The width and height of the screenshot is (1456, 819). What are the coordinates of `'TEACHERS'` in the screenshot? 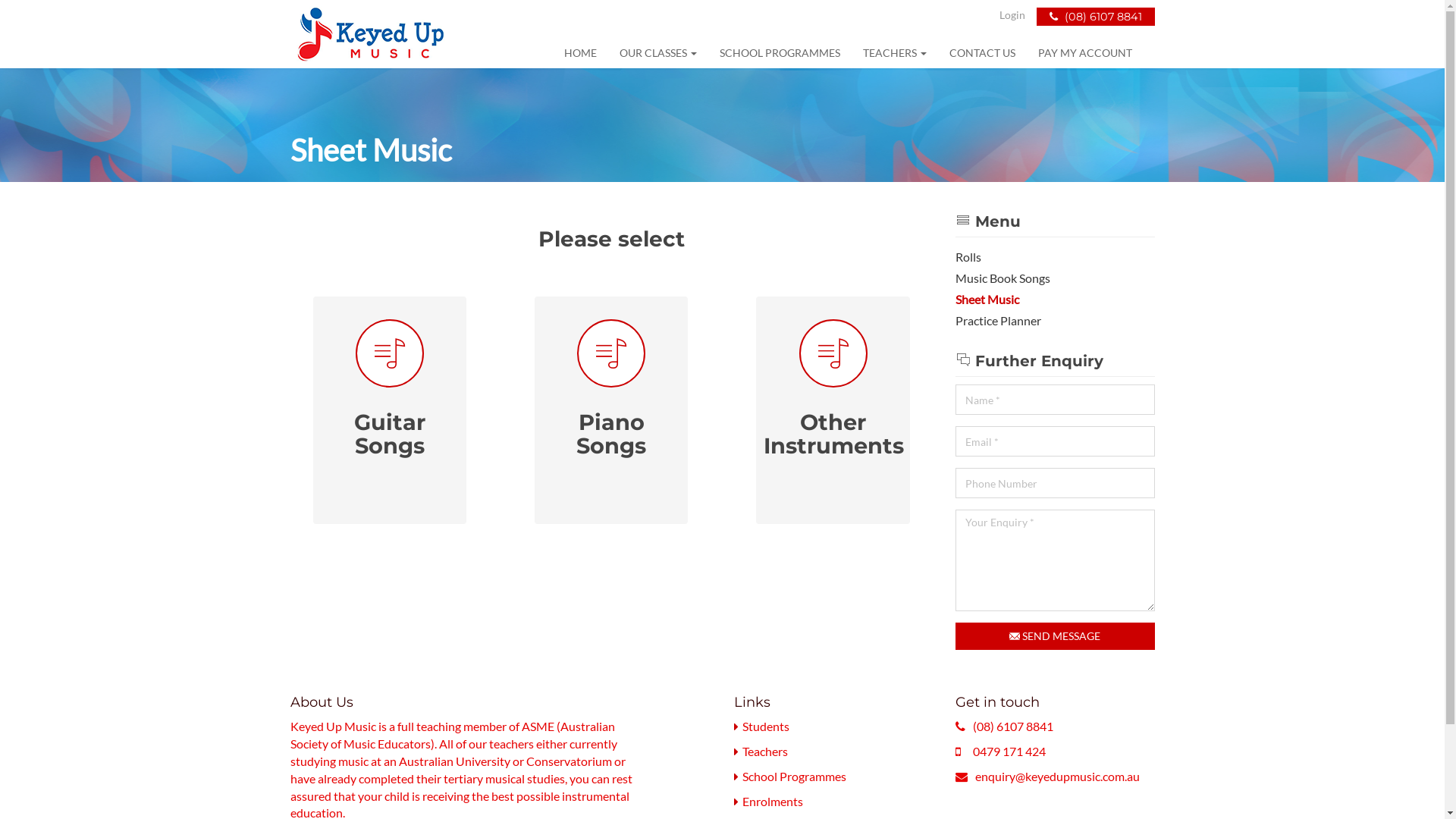 It's located at (894, 52).